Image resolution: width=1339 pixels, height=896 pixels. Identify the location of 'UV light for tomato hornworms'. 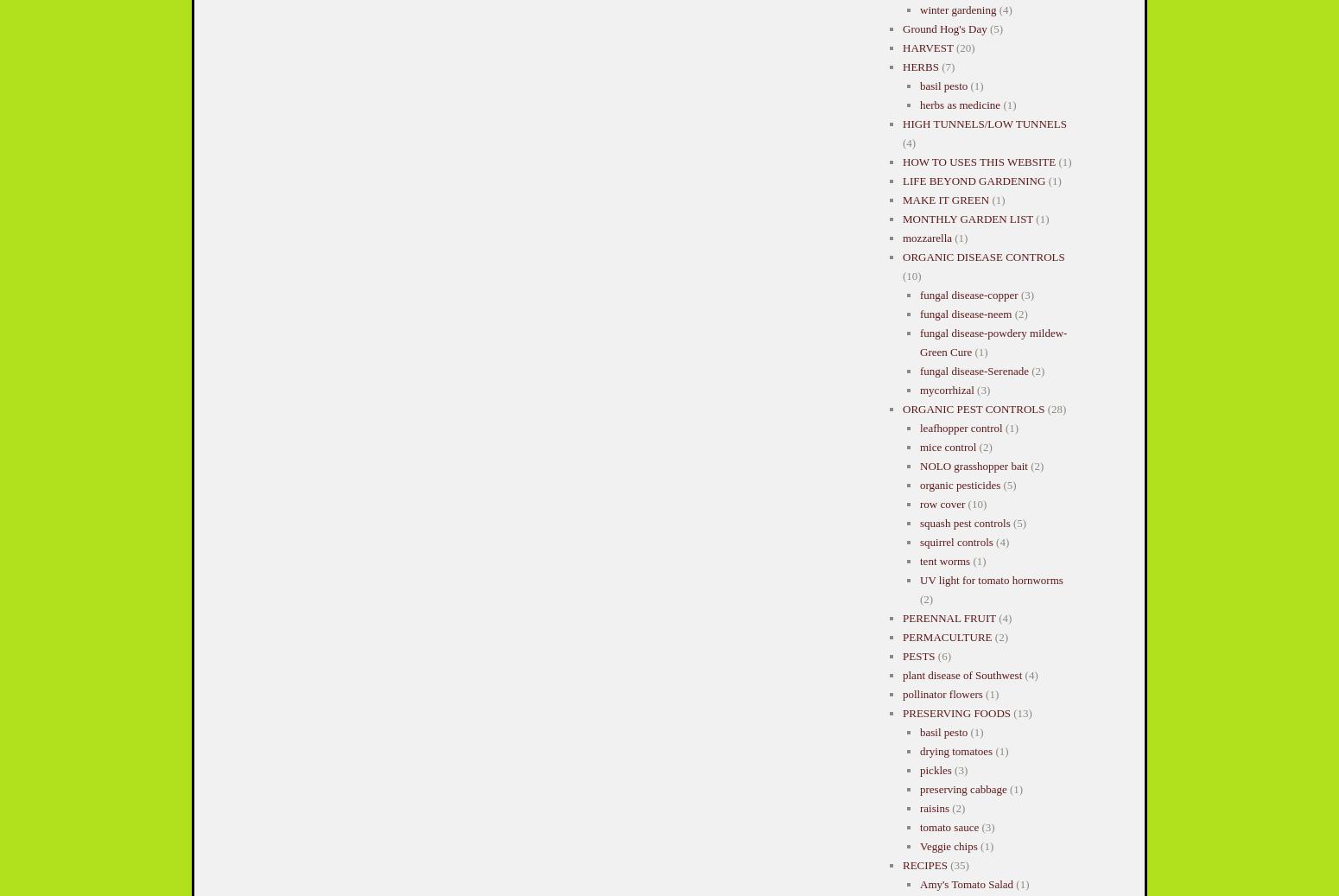
(990, 580).